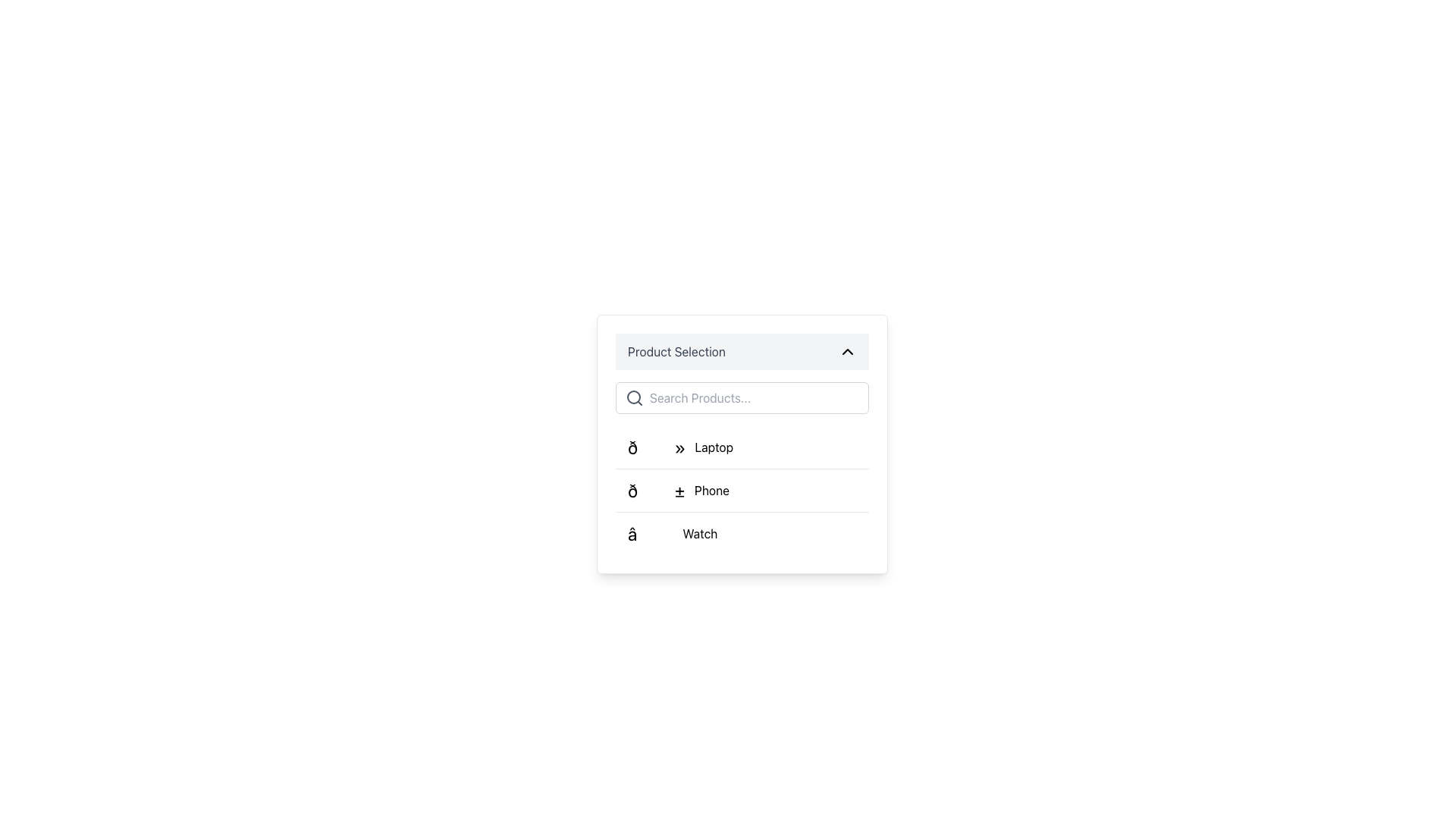  I want to click on the stylized glyph resembling an emoji or symbol located to the left of the text 'Laptop' in the dropdown-like menu, so click(657, 447).